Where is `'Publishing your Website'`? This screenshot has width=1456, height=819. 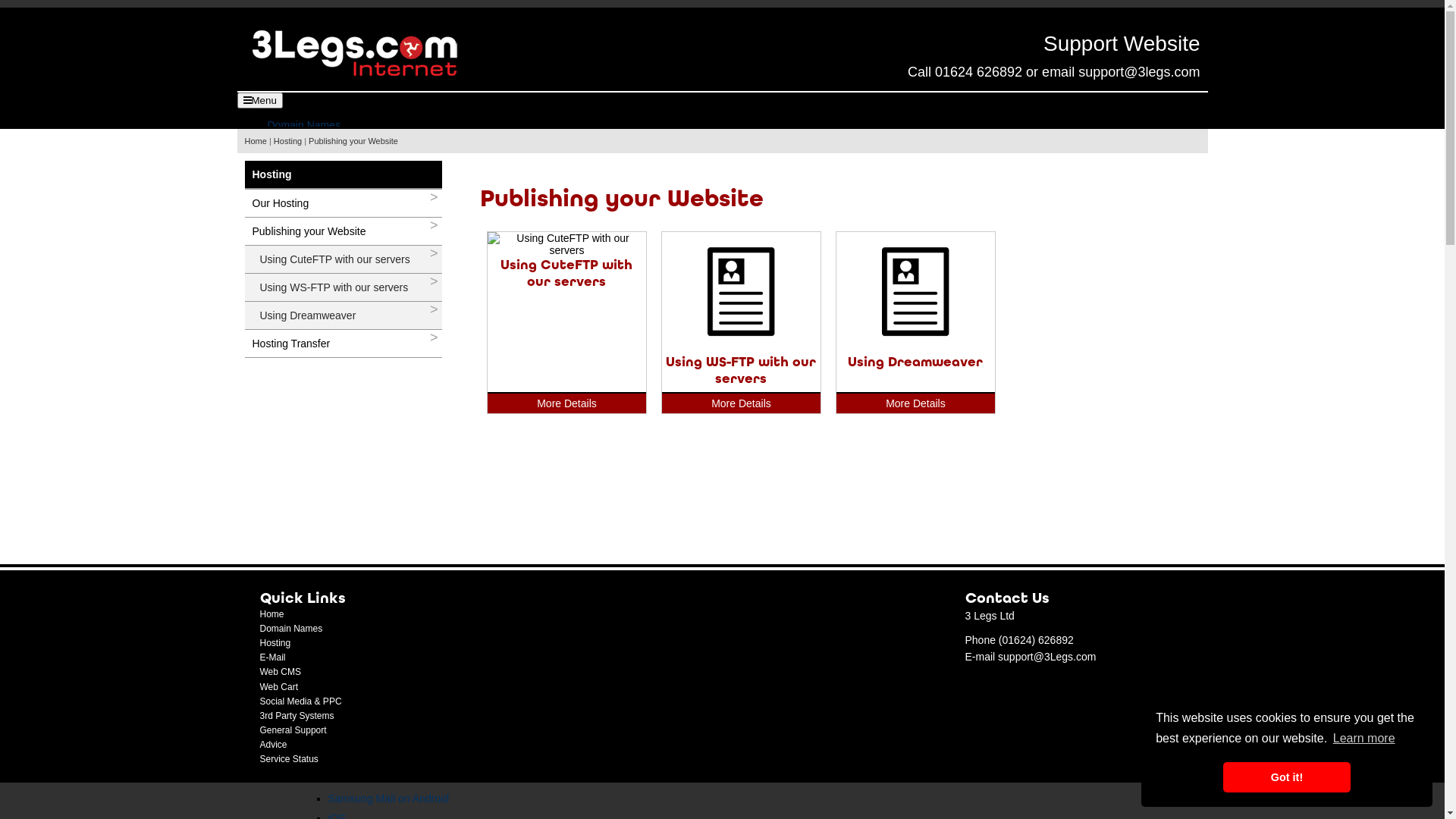
'Publishing your Website' is located at coordinates (243, 231).